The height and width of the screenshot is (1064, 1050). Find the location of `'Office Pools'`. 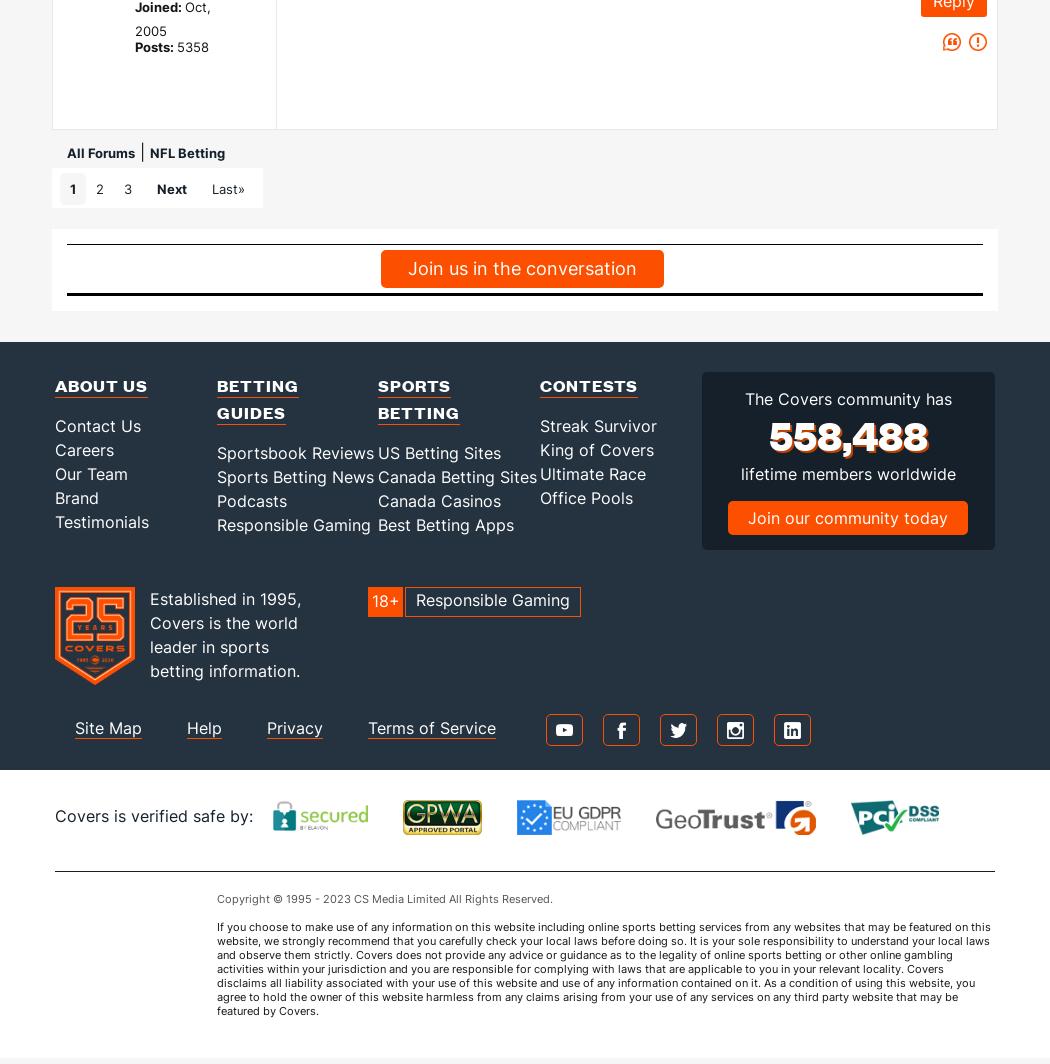

'Office Pools' is located at coordinates (584, 497).